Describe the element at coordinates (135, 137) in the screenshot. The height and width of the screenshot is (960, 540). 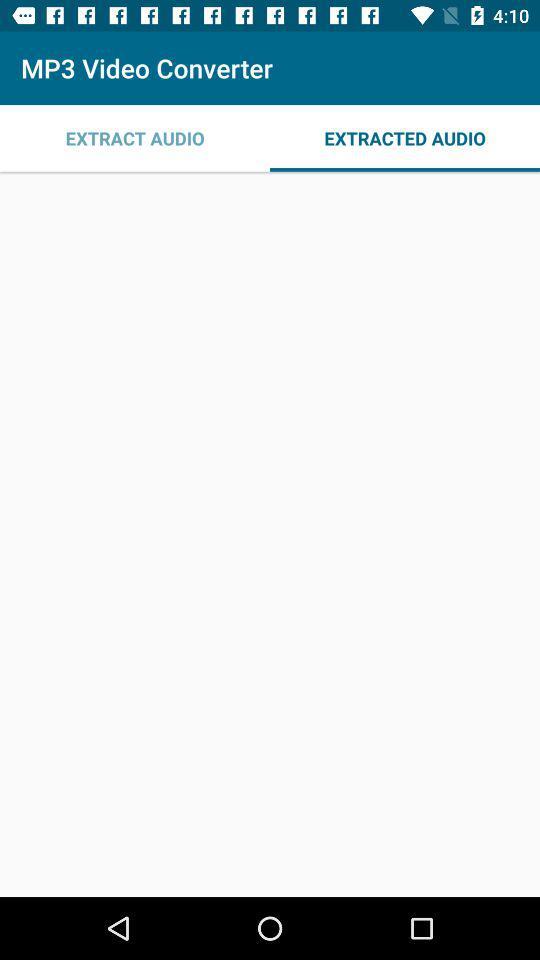
I see `icon next to extracted audio item` at that location.